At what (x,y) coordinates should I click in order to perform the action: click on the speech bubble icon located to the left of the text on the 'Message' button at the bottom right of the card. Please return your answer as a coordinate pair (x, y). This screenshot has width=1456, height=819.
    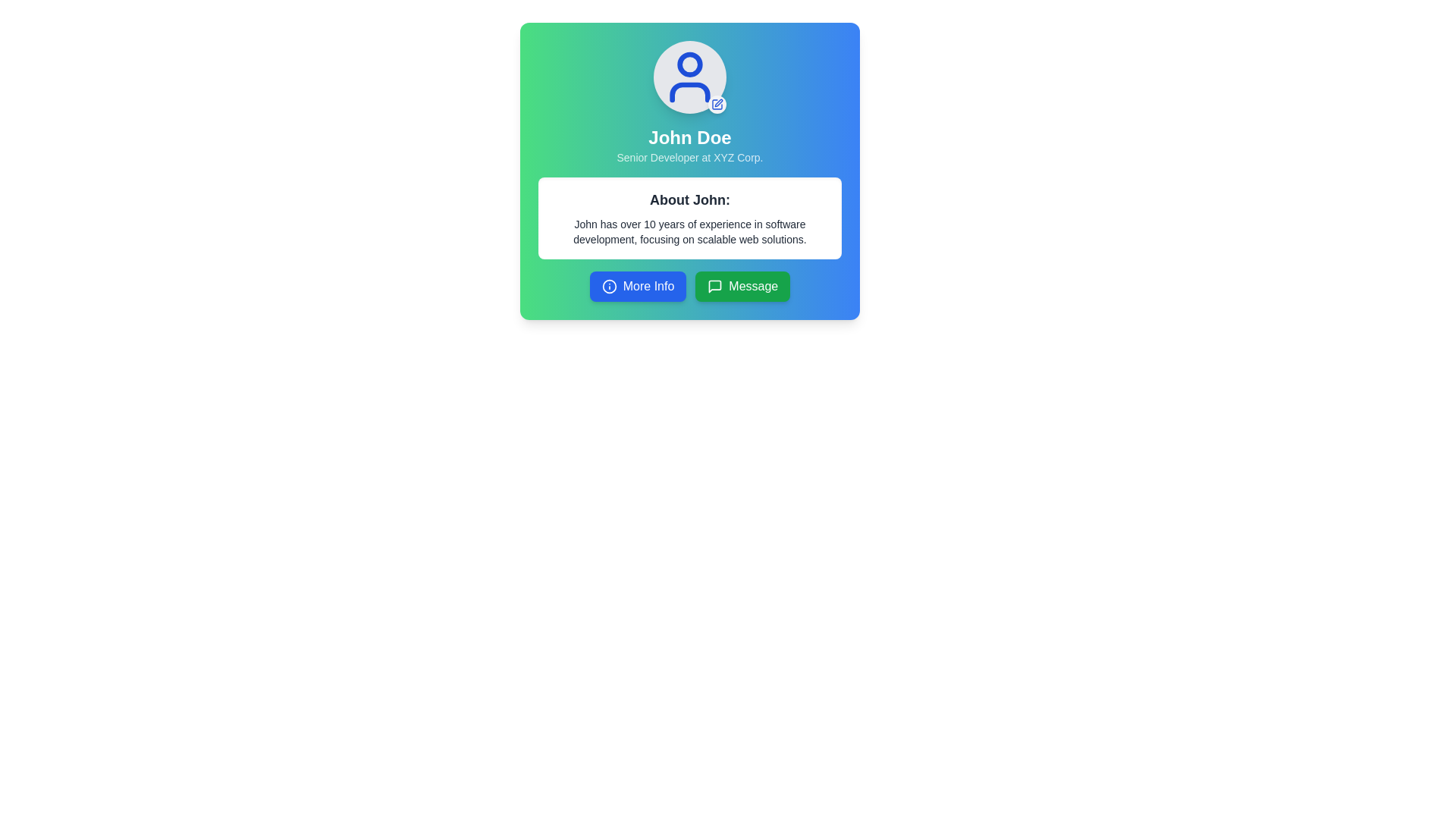
    Looking at the image, I should click on (714, 287).